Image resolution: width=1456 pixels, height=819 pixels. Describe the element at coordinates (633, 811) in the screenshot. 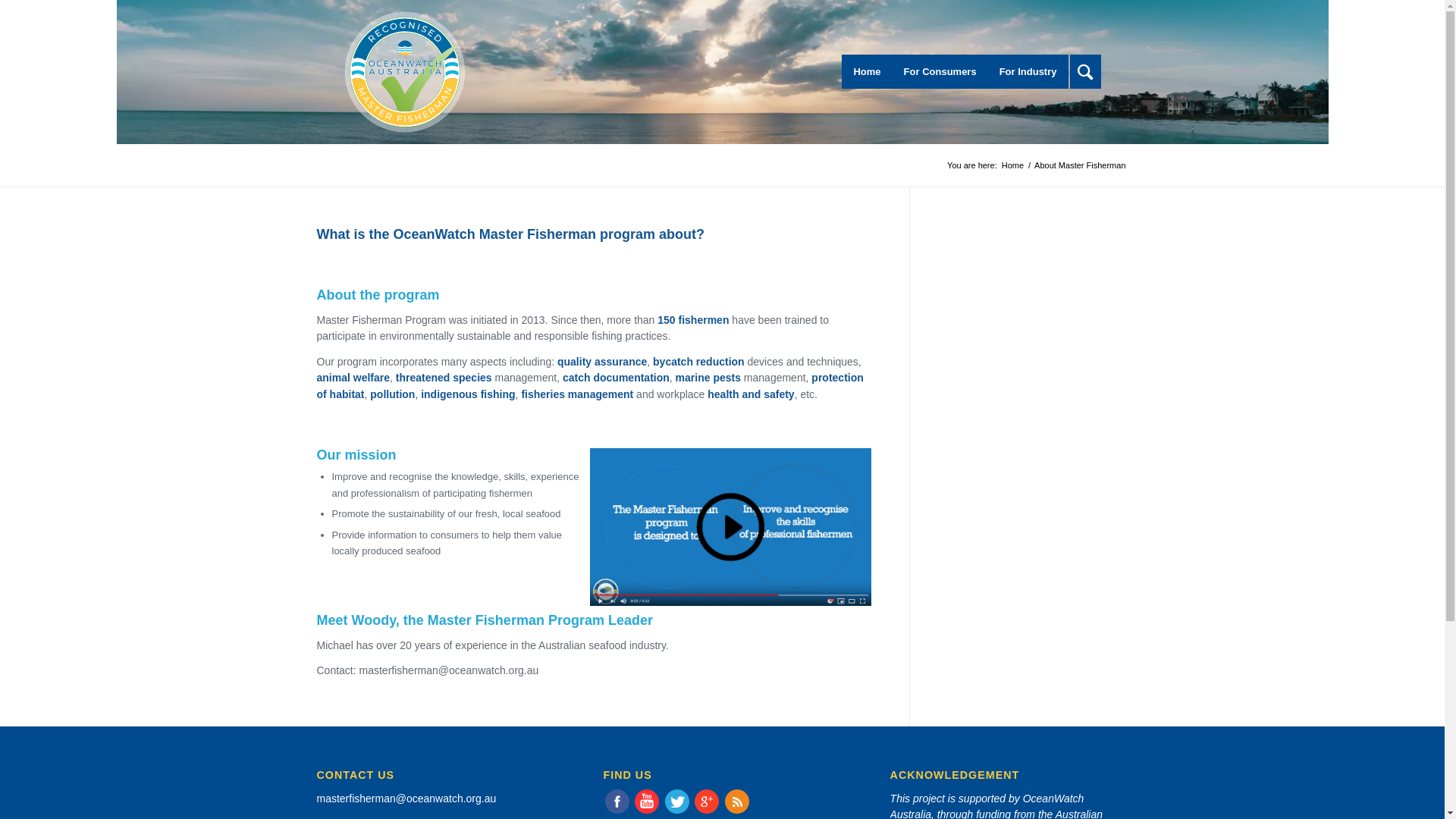

I see `'youtube'` at that location.